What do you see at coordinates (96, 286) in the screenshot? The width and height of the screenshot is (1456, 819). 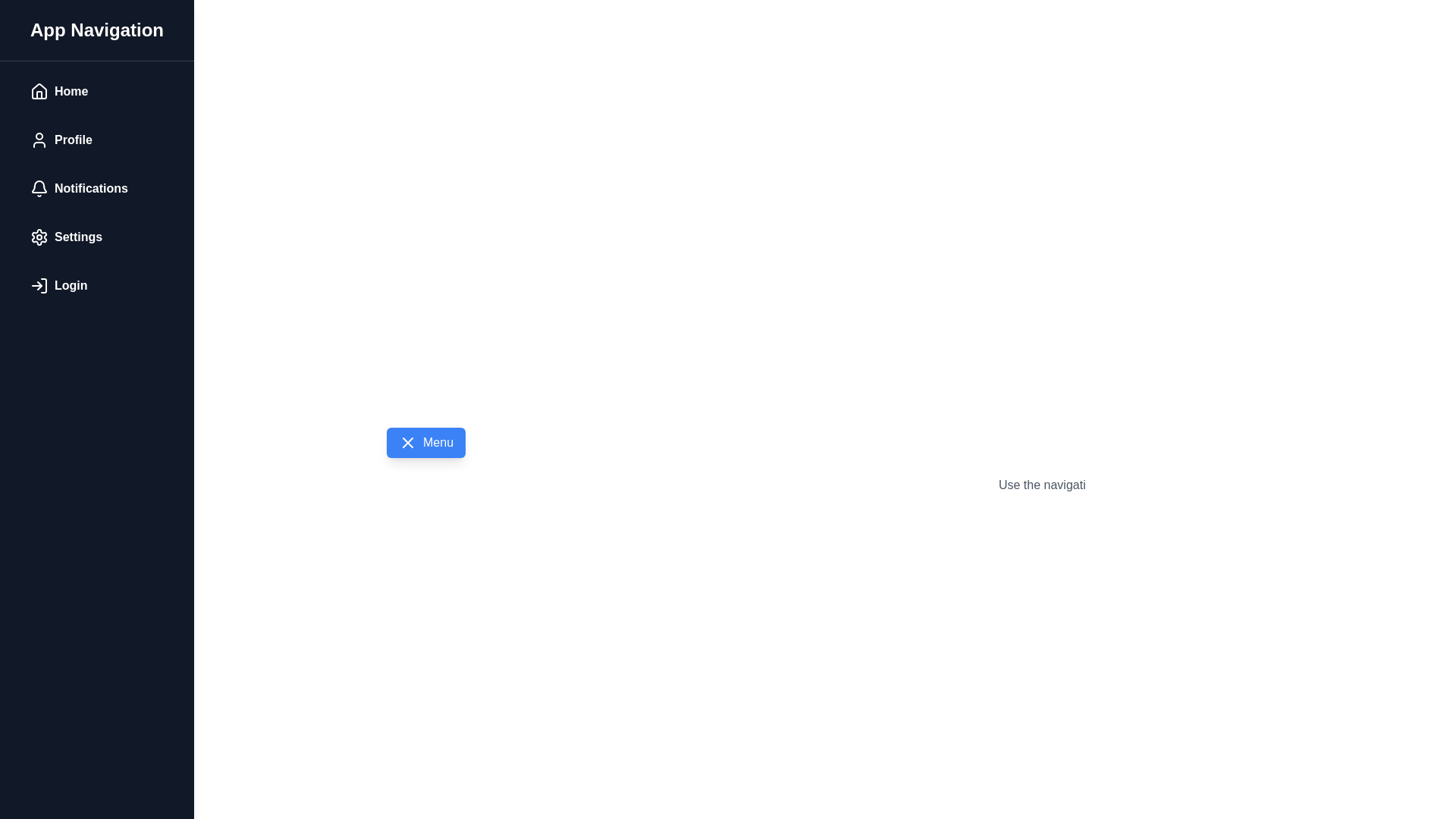 I see `the Navigation Button, the fifth item in the sidebar menu, to activate hover effects` at bounding box center [96, 286].